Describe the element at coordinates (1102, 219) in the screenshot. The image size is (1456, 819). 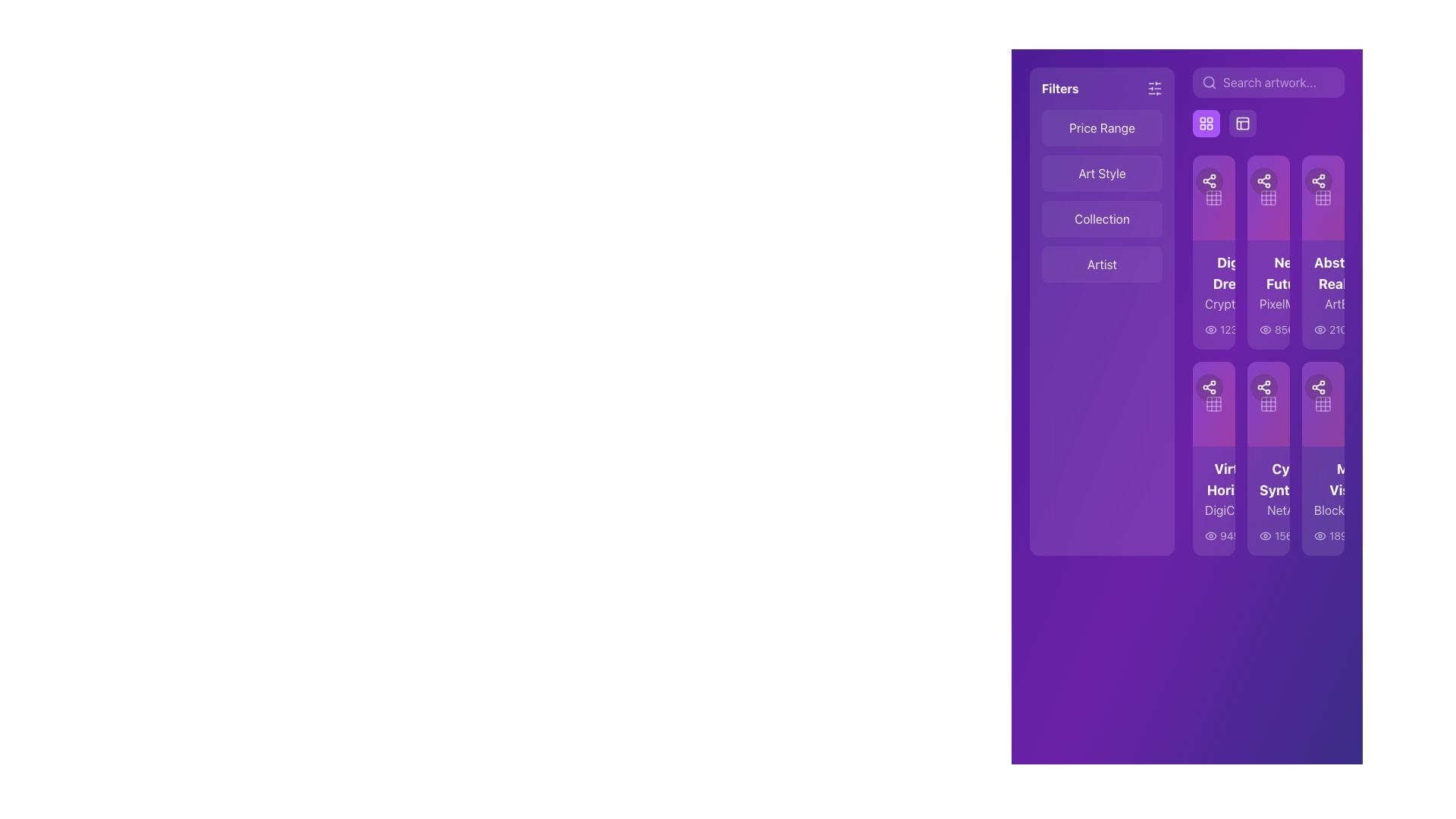
I see `the 'Collection' button, which is the third button in the vertical list of four within the 'Filters' sidebar, to trigger the color change effect` at that location.